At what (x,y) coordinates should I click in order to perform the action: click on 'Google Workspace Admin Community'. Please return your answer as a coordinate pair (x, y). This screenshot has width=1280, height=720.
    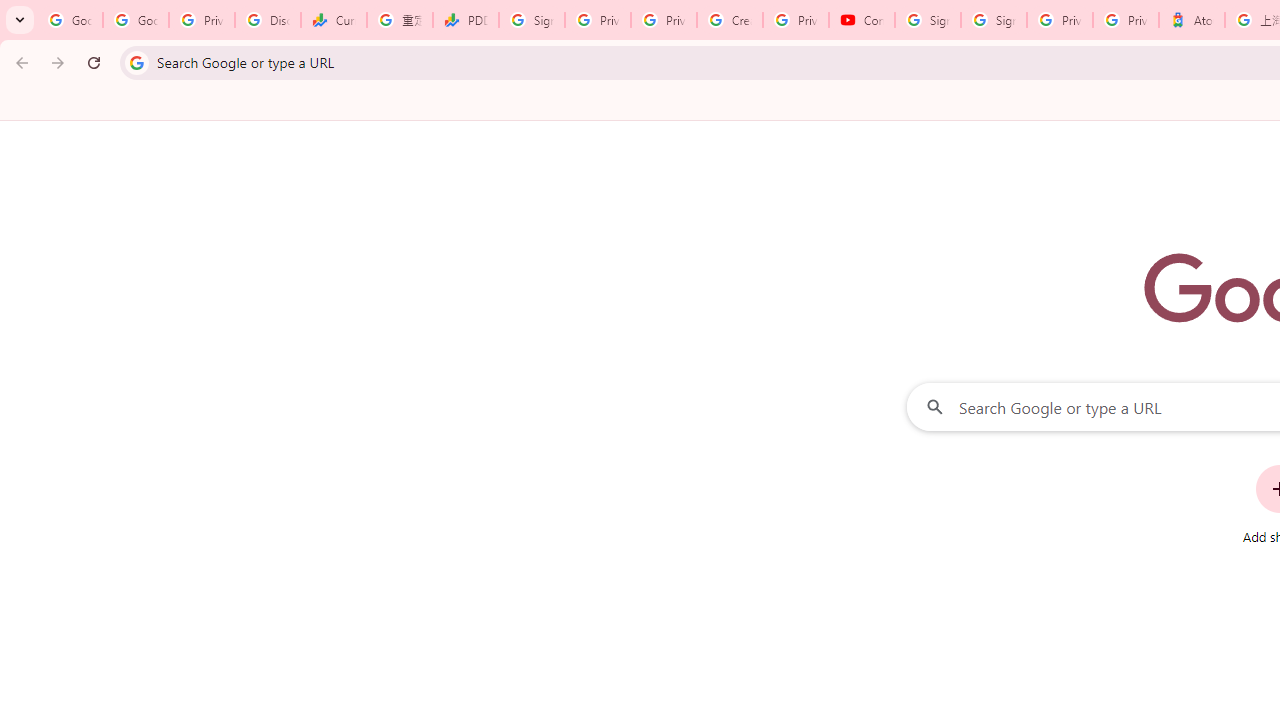
    Looking at the image, I should click on (70, 20).